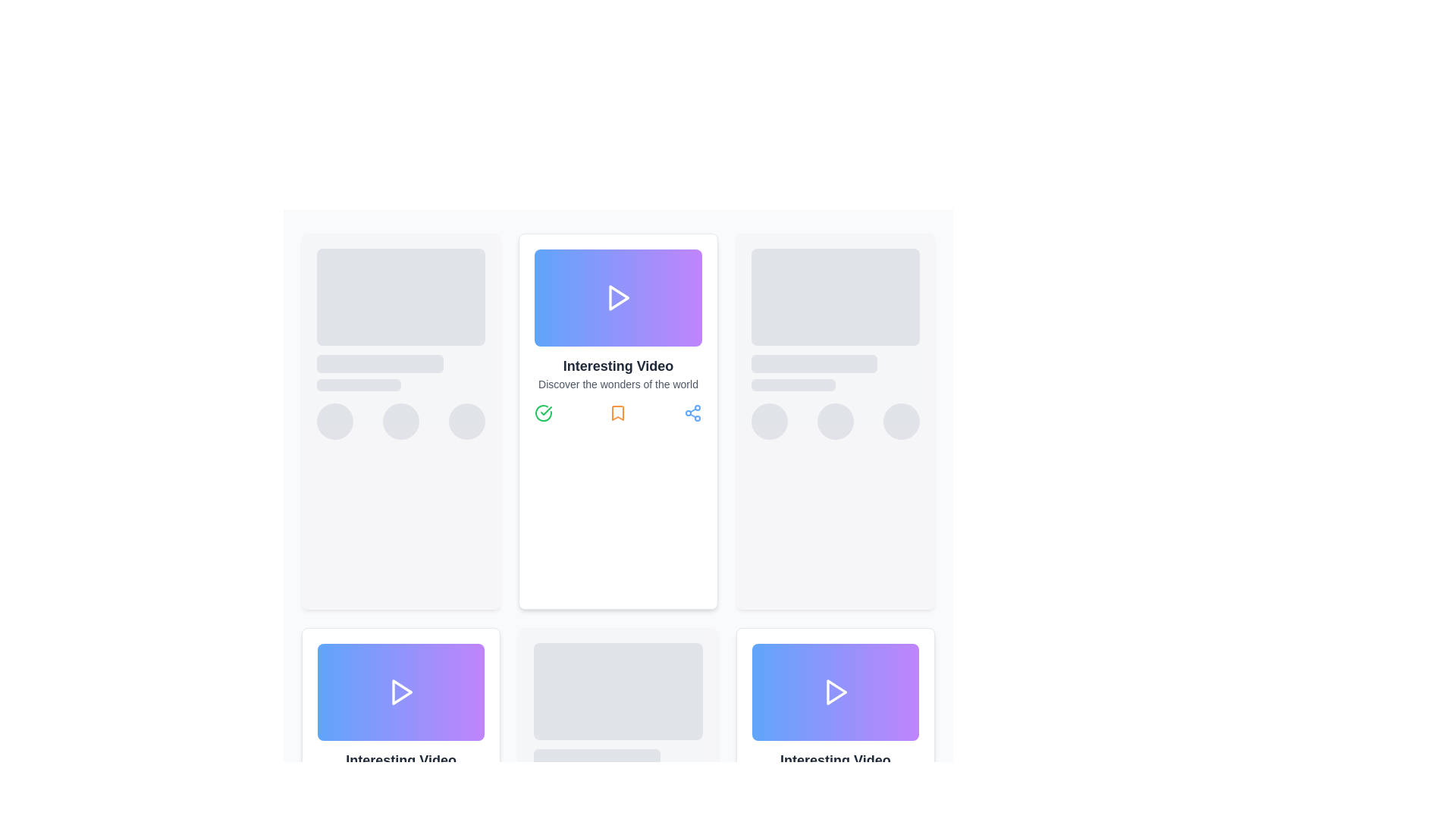 Image resolution: width=1456 pixels, height=819 pixels. What do you see at coordinates (401, 768) in the screenshot?
I see `textual heading and subtitle 'Interesting Video' and 'Discover the wonders of the world' located in the card component positioned in the second spot of the middle row, beneath a gradient-colored rectangle and above action icons` at bounding box center [401, 768].